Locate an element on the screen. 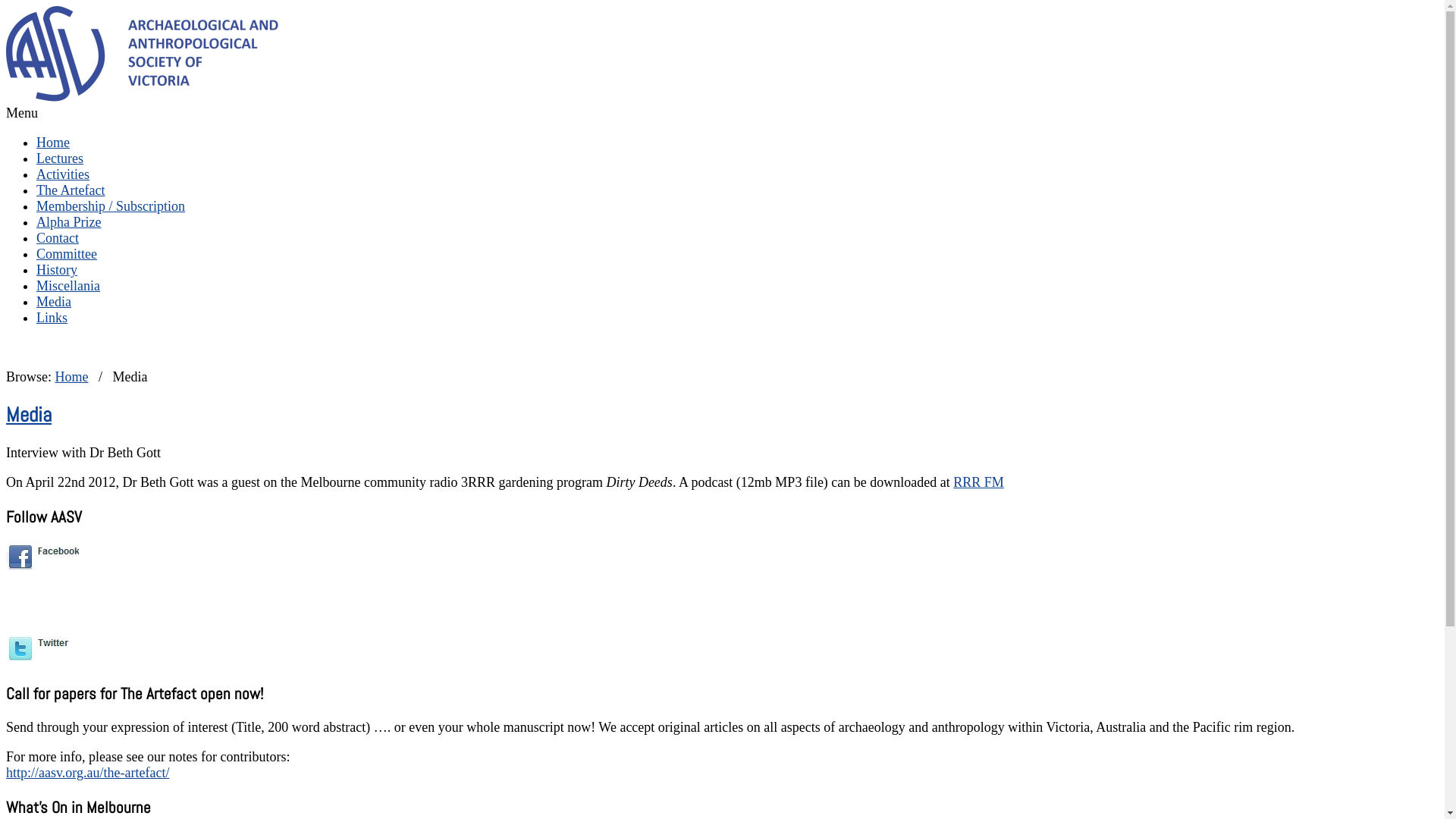 This screenshot has width=1456, height=819. 'Activities' is located at coordinates (36, 174).